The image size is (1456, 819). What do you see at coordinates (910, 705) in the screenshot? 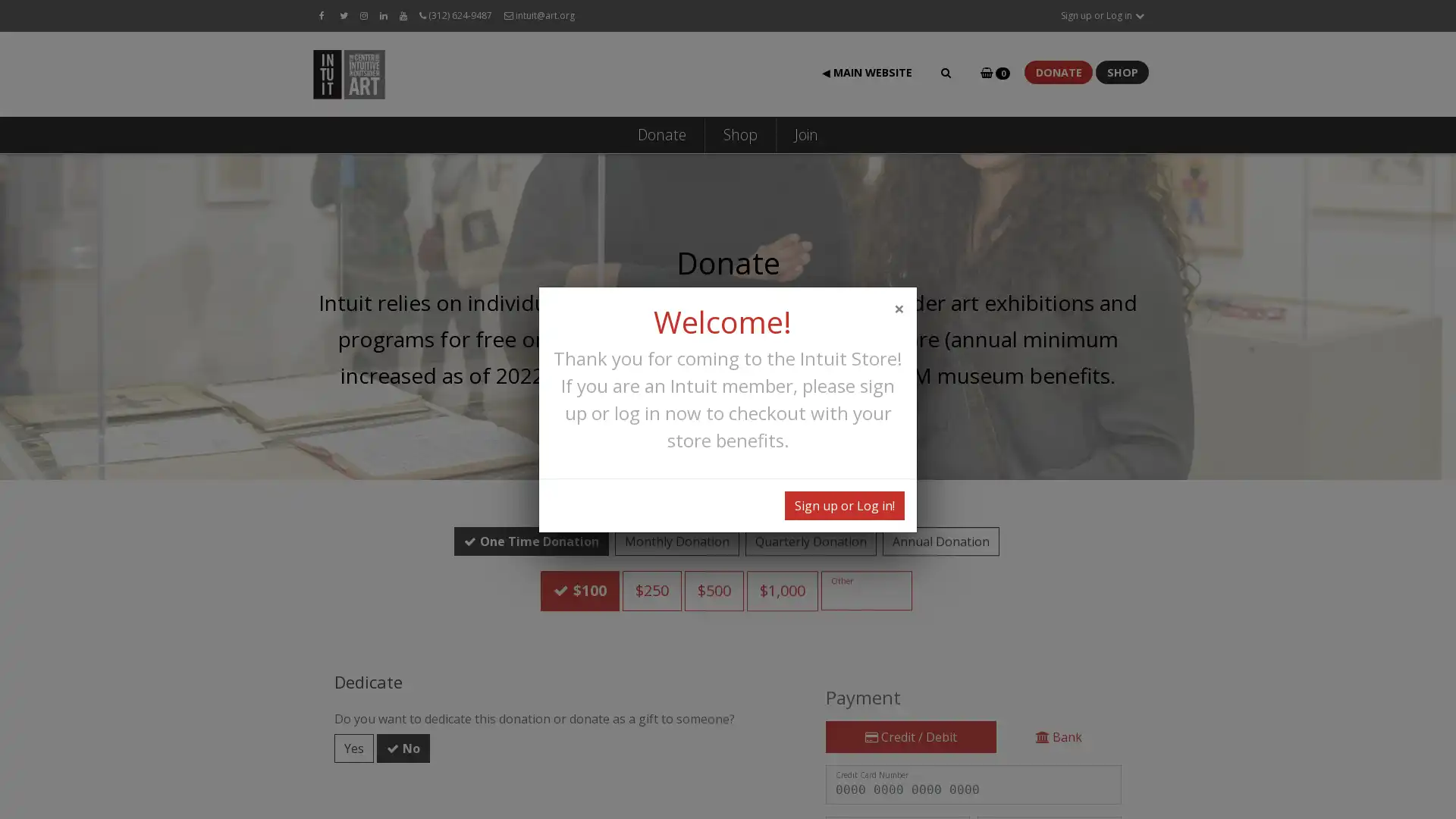
I see `Credit / Debit` at bounding box center [910, 705].